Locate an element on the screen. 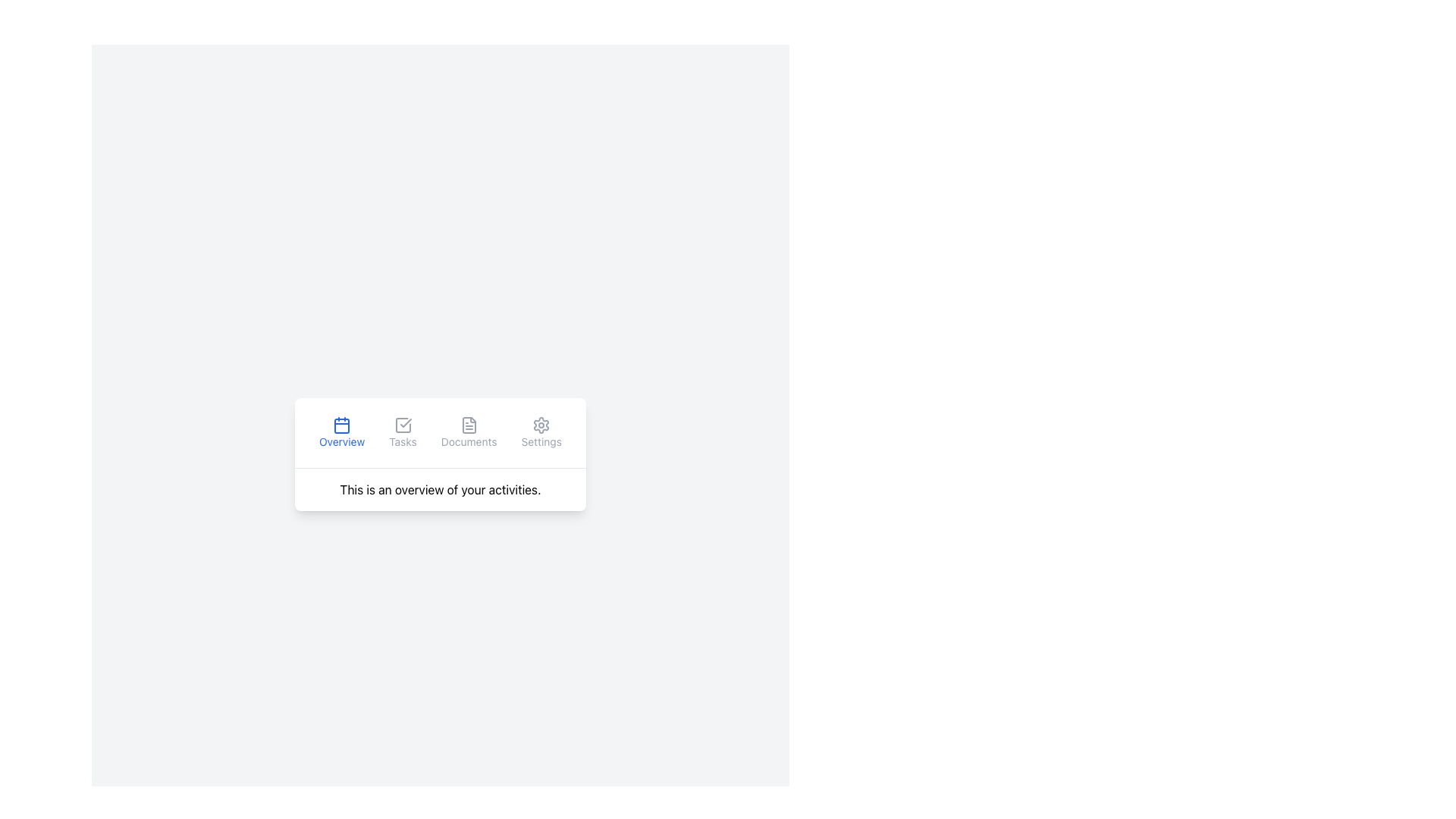 This screenshot has height=819, width=1456. the square-shaped icon with a checkmark above the text 'Tasks' in the navigation bar is located at coordinates (403, 425).